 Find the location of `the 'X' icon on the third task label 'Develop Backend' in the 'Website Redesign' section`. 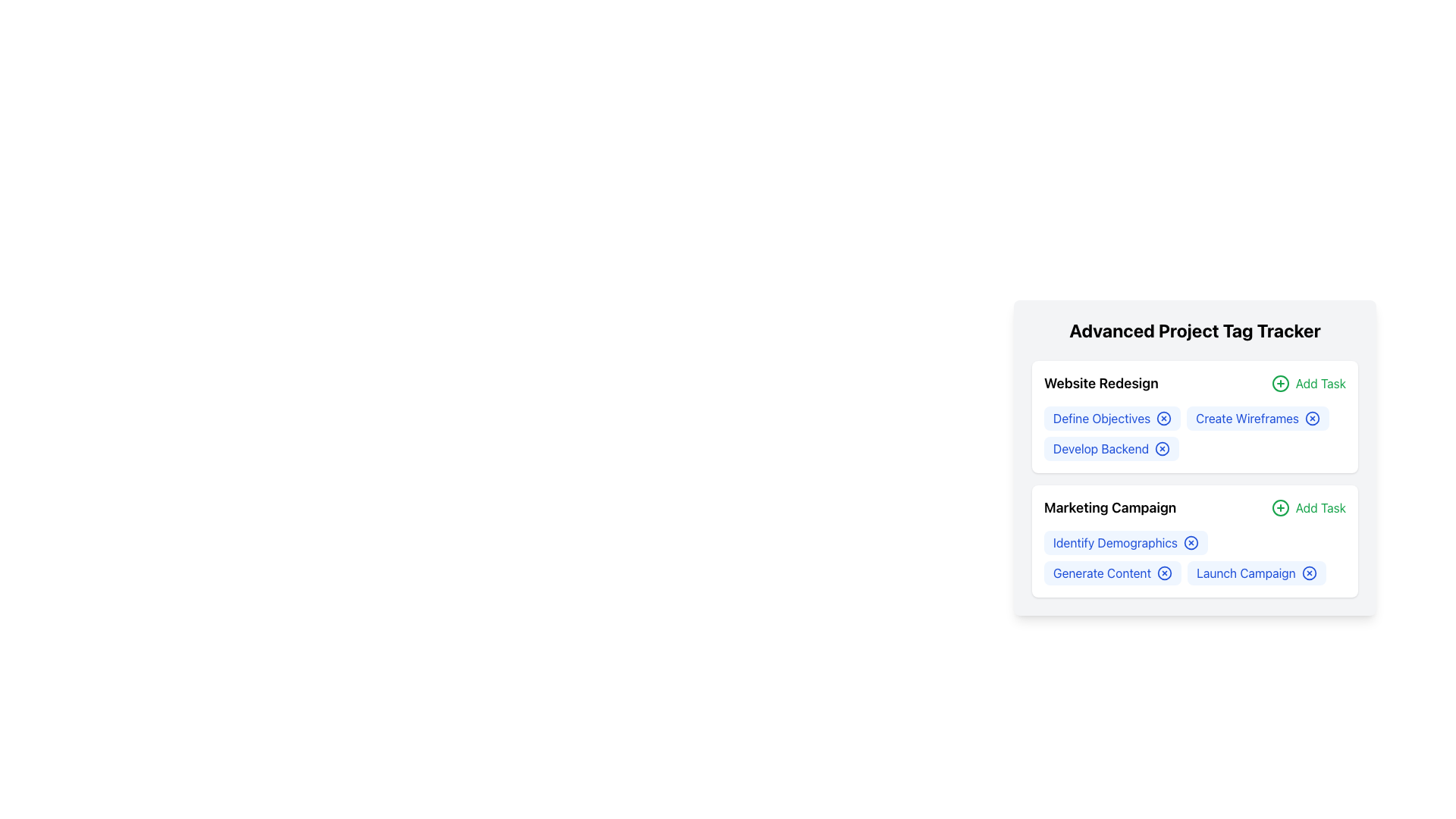

the 'X' icon on the third task label 'Develop Backend' in the 'Website Redesign' section is located at coordinates (1112, 447).